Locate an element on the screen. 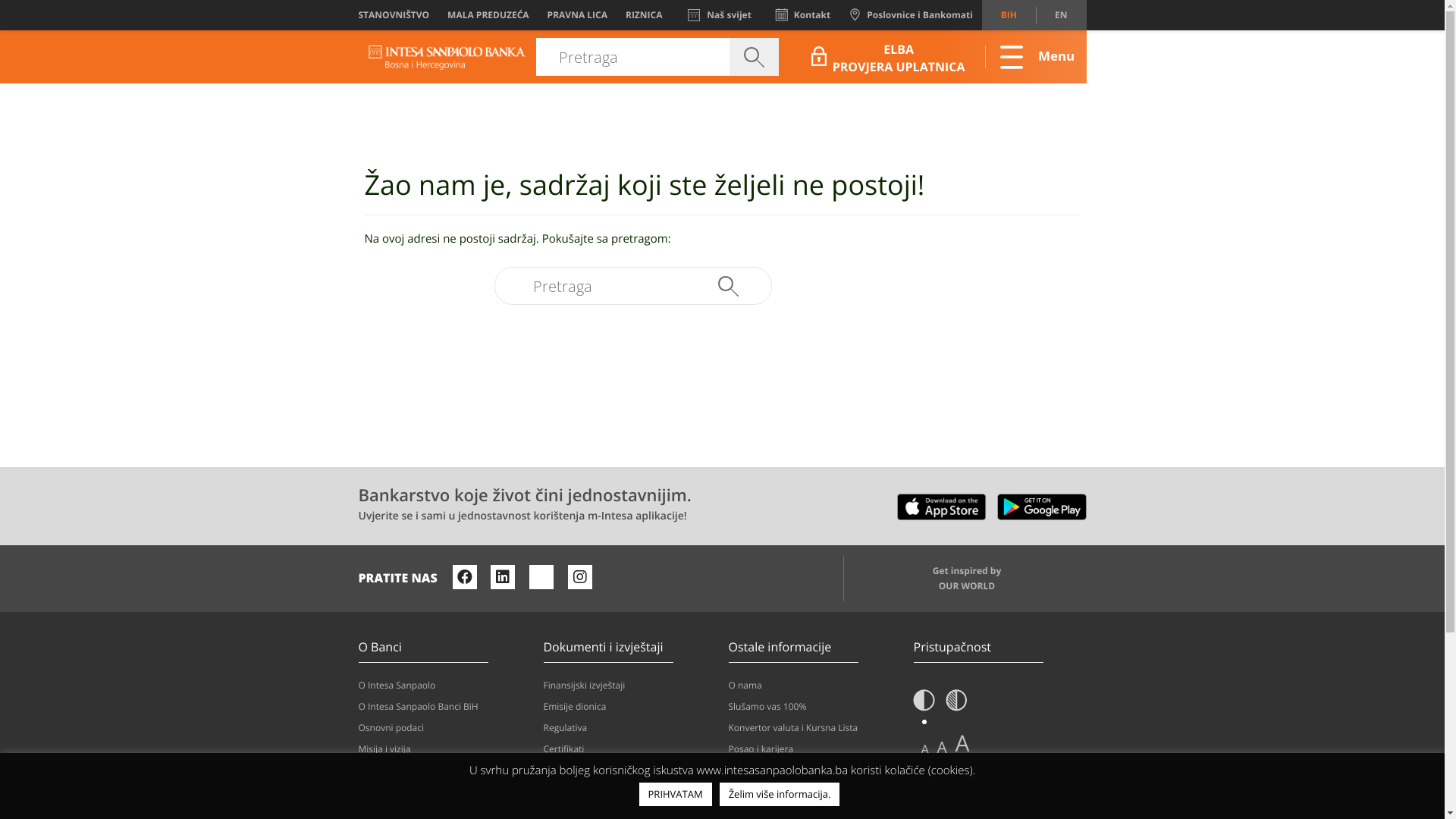 This screenshot has height=819, width=1456. 'Google play link' is located at coordinates (1040, 503).